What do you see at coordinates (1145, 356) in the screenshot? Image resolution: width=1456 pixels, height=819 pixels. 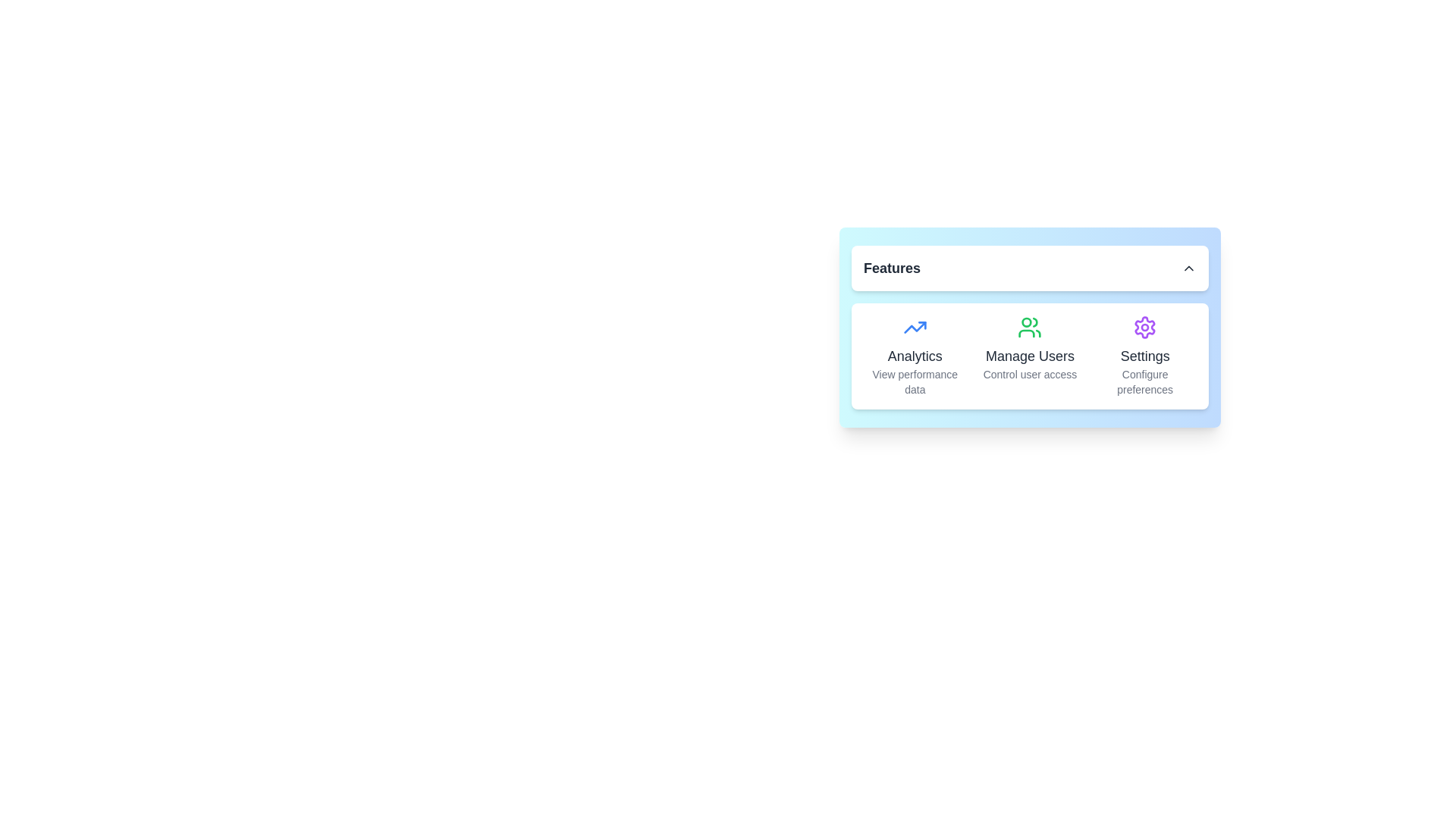 I see `the settings button located in the third column of the grid, adjacent to 'Manage Users'` at bounding box center [1145, 356].